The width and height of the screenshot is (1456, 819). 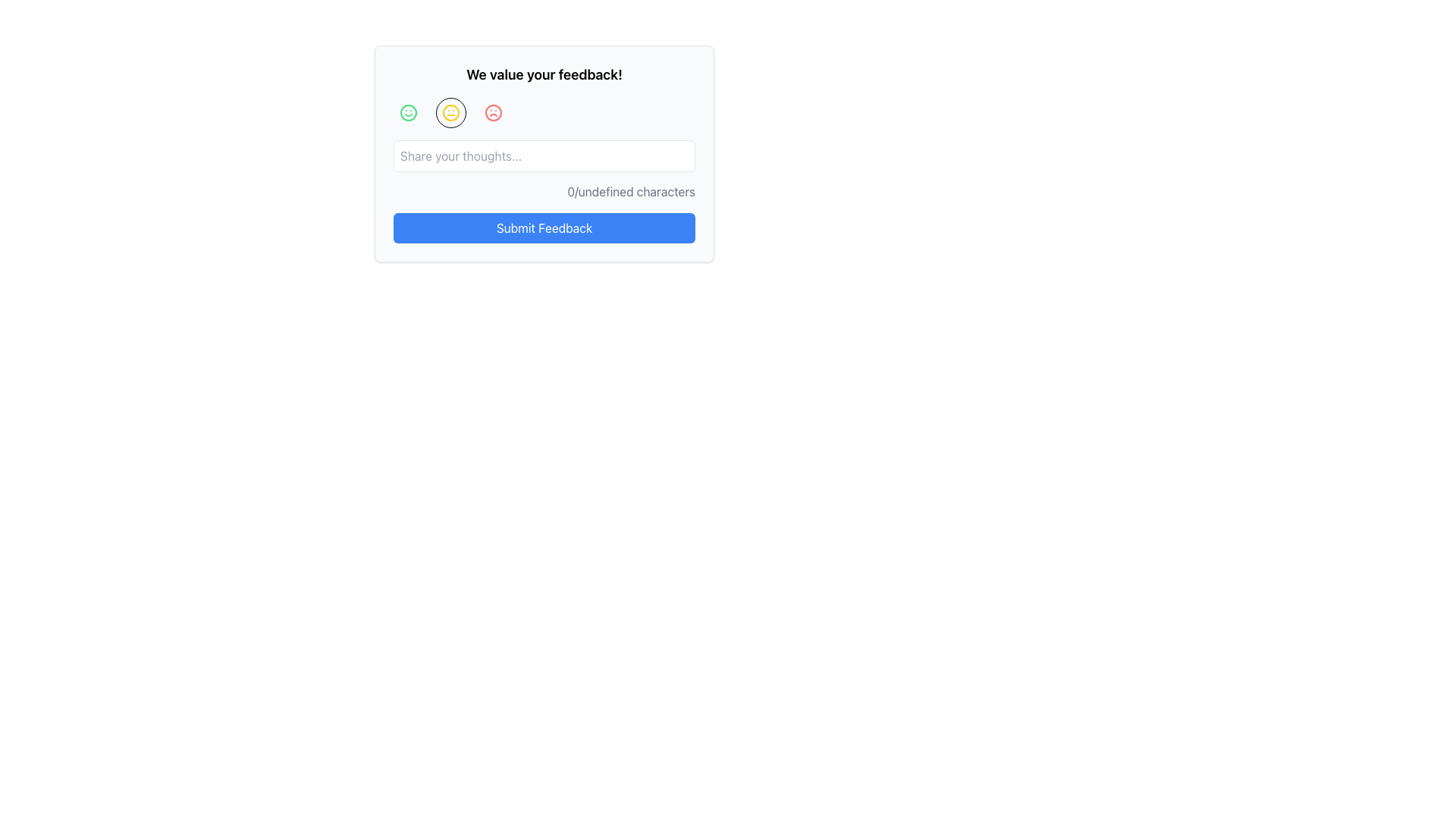 What do you see at coordinates (494, 112) in the screenshot?
I see `the circular SVG graphic of the sad face icon, which is the third feedback icon in the sequence` at bounding box center [494, 112].